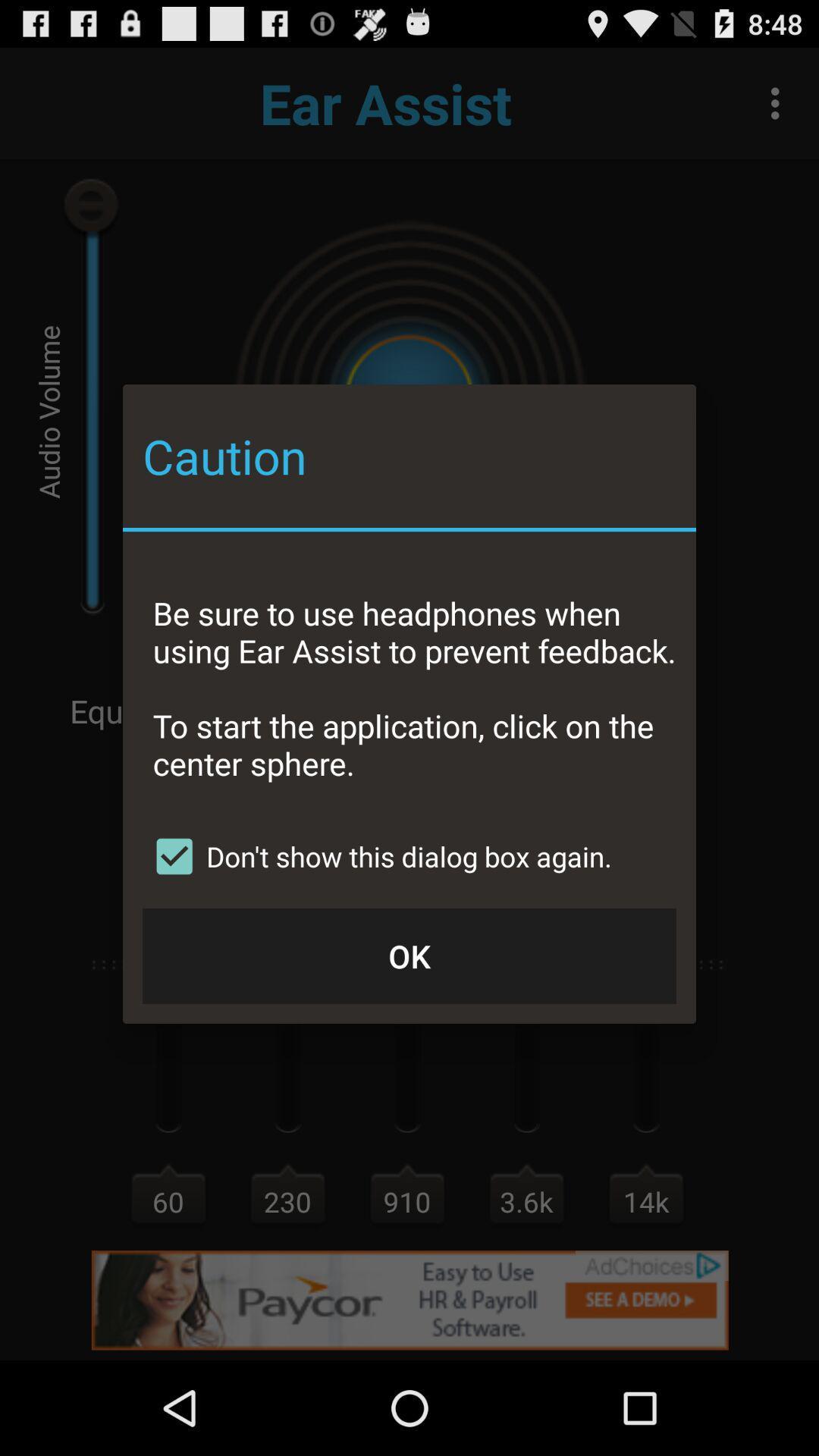  I want to click on icon below the be sure to item, so click(376, 856).